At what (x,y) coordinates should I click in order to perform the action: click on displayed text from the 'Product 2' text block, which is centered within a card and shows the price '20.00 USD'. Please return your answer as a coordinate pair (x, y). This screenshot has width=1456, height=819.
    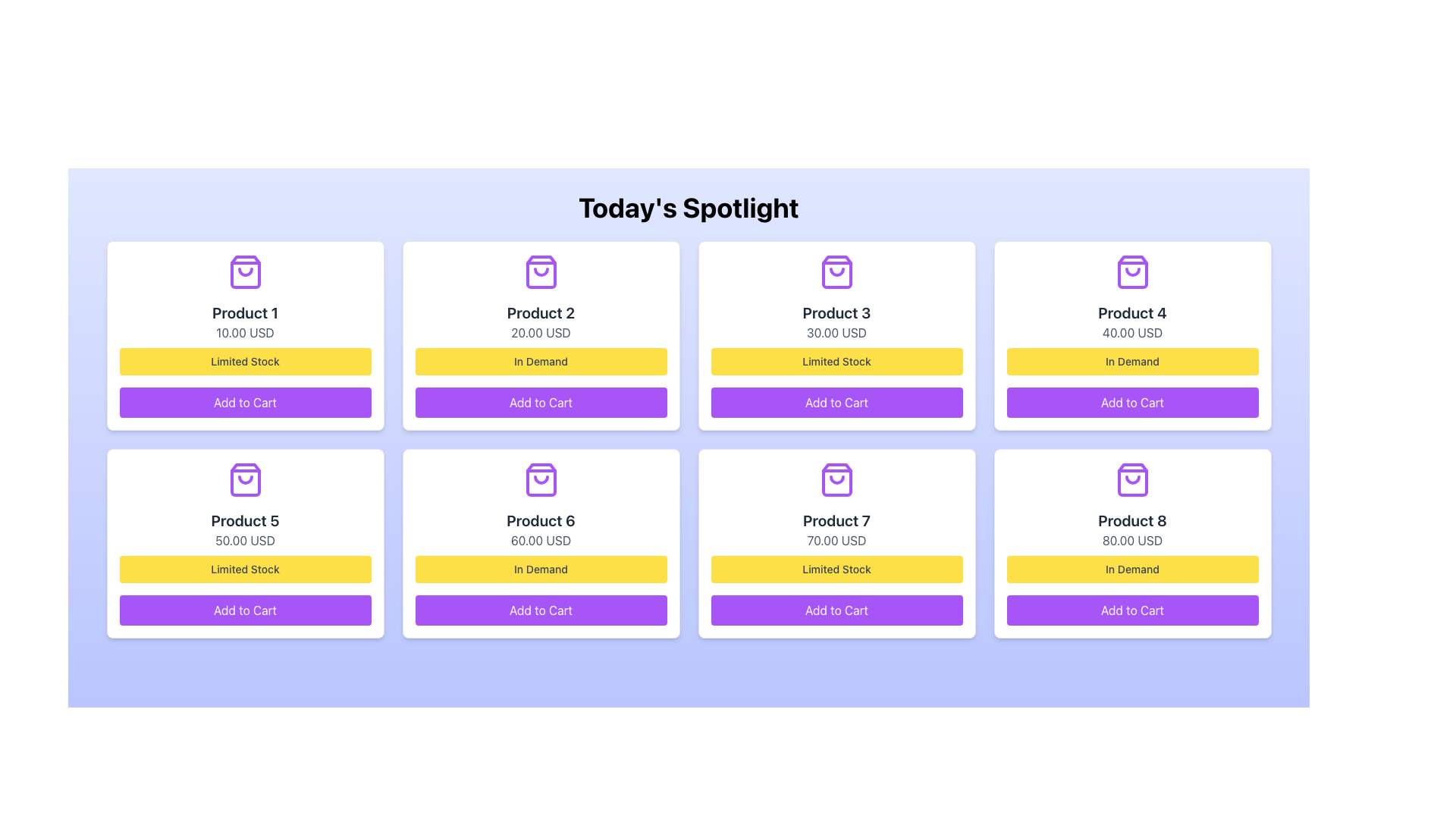
    Looking at the image, I should click on (541, 321).